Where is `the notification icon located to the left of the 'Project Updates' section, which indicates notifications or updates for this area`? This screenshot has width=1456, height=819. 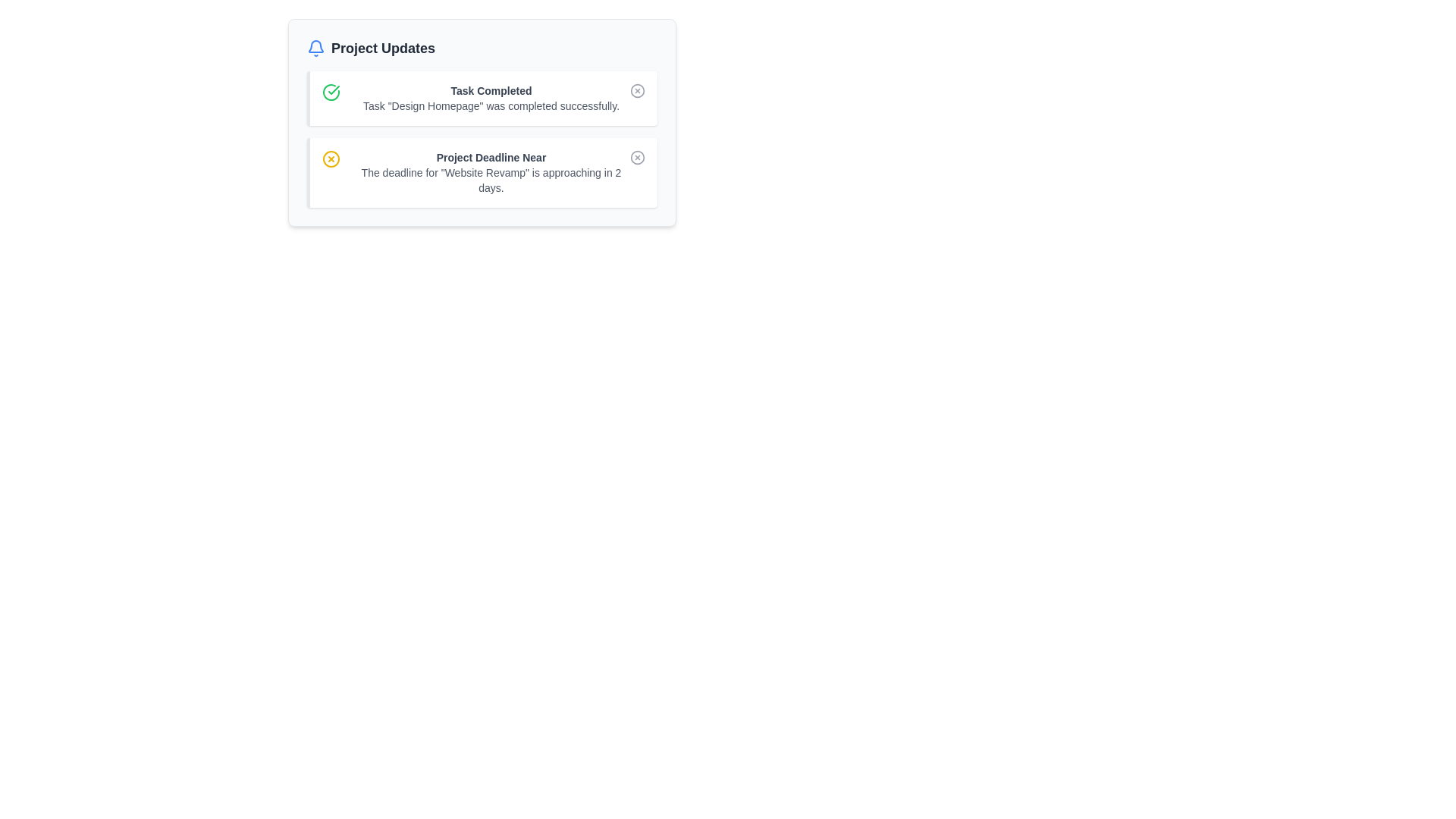
the notification icon located to the left of the 'Project Updates' section, which indicates notifications or updates for this area is located at coordinates (315, 48).